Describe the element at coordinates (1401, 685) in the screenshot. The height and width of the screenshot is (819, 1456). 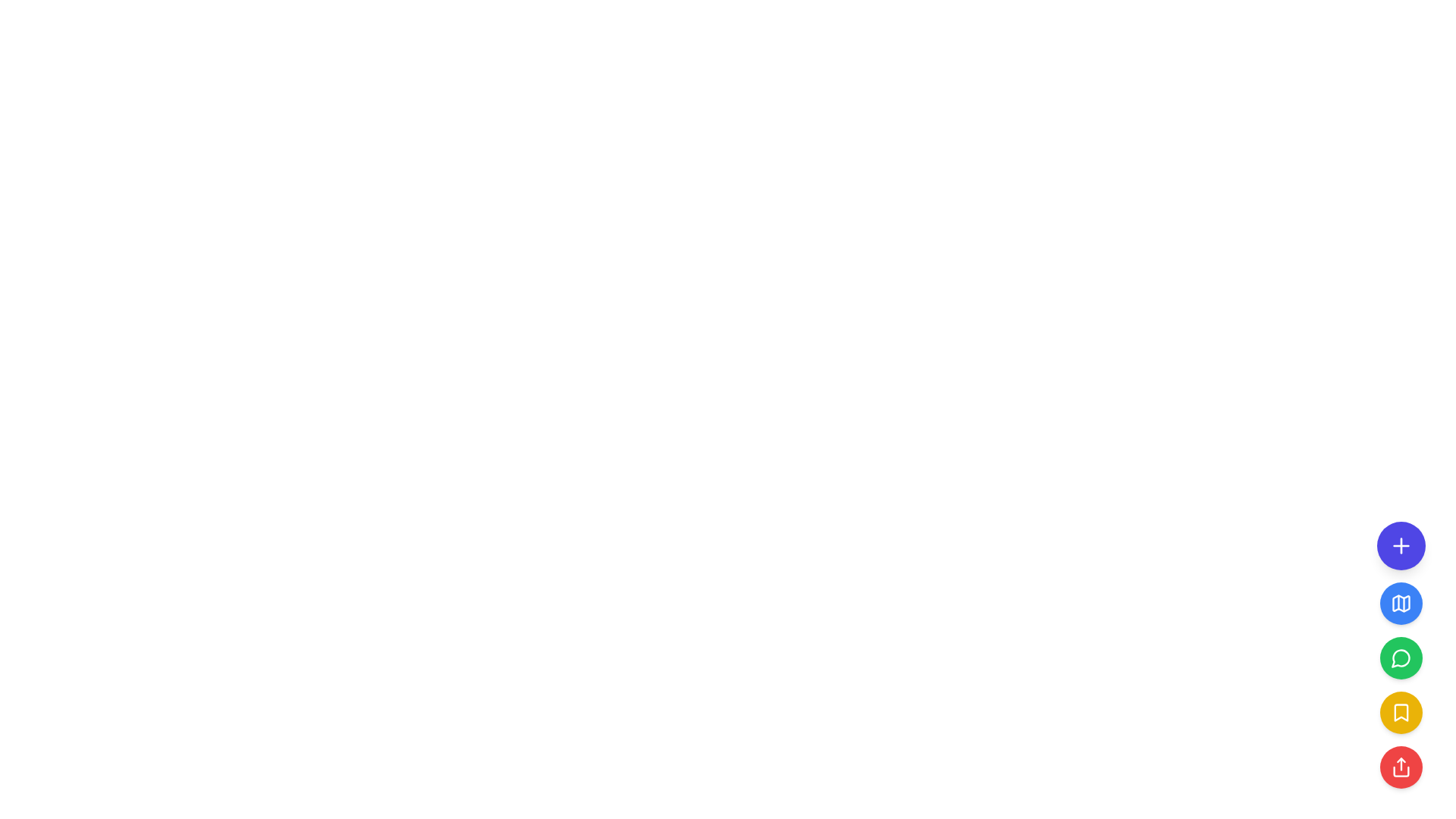
I see `the bookmark button, which is the third round button in a vertical stack located at the bottom-right corner of the interface, positioned below the green 'Messages' button and above the red 'Share' button` at that location.